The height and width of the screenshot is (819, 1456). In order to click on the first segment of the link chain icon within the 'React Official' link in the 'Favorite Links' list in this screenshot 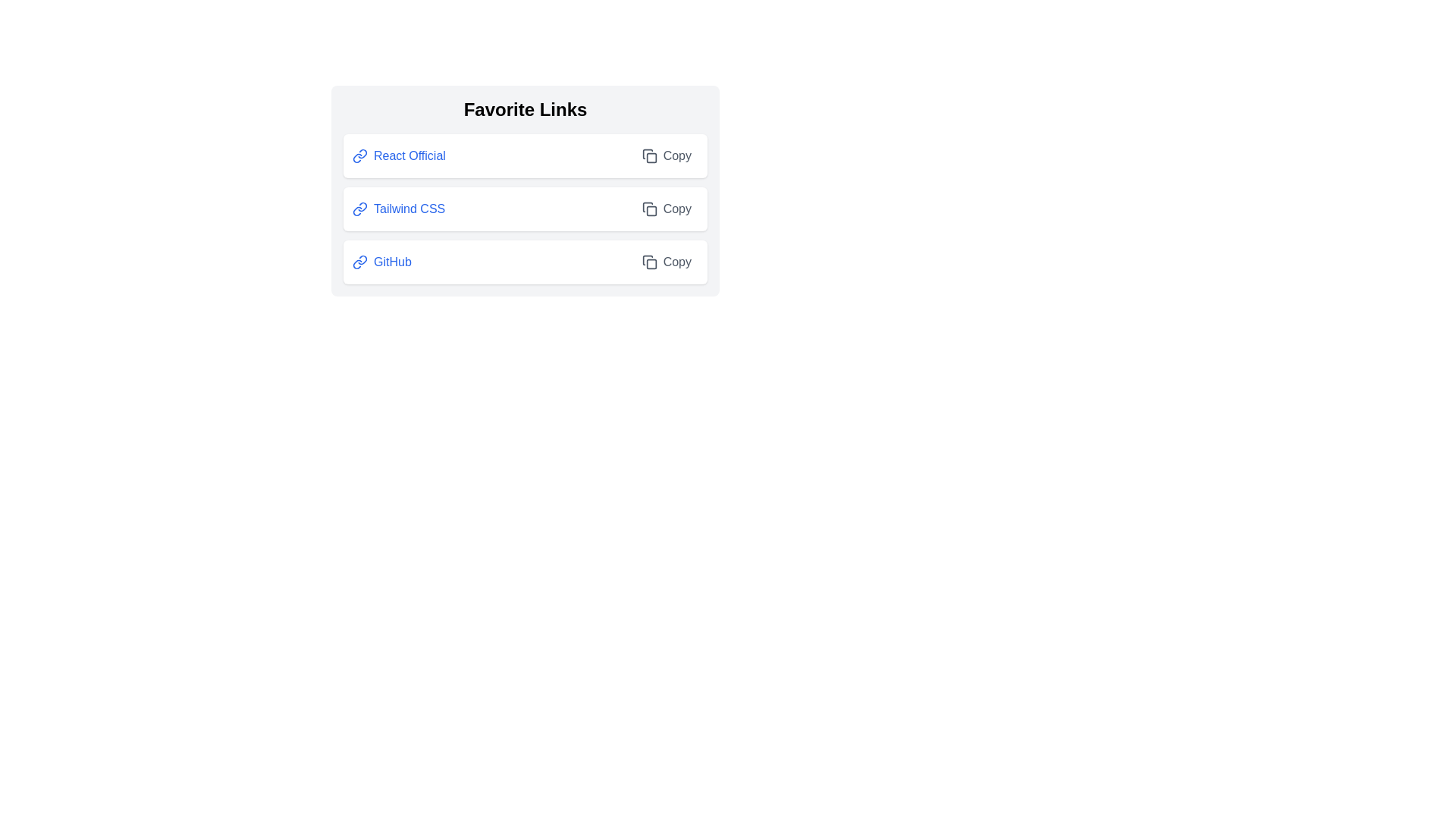, I will do `click(362, 154)`.